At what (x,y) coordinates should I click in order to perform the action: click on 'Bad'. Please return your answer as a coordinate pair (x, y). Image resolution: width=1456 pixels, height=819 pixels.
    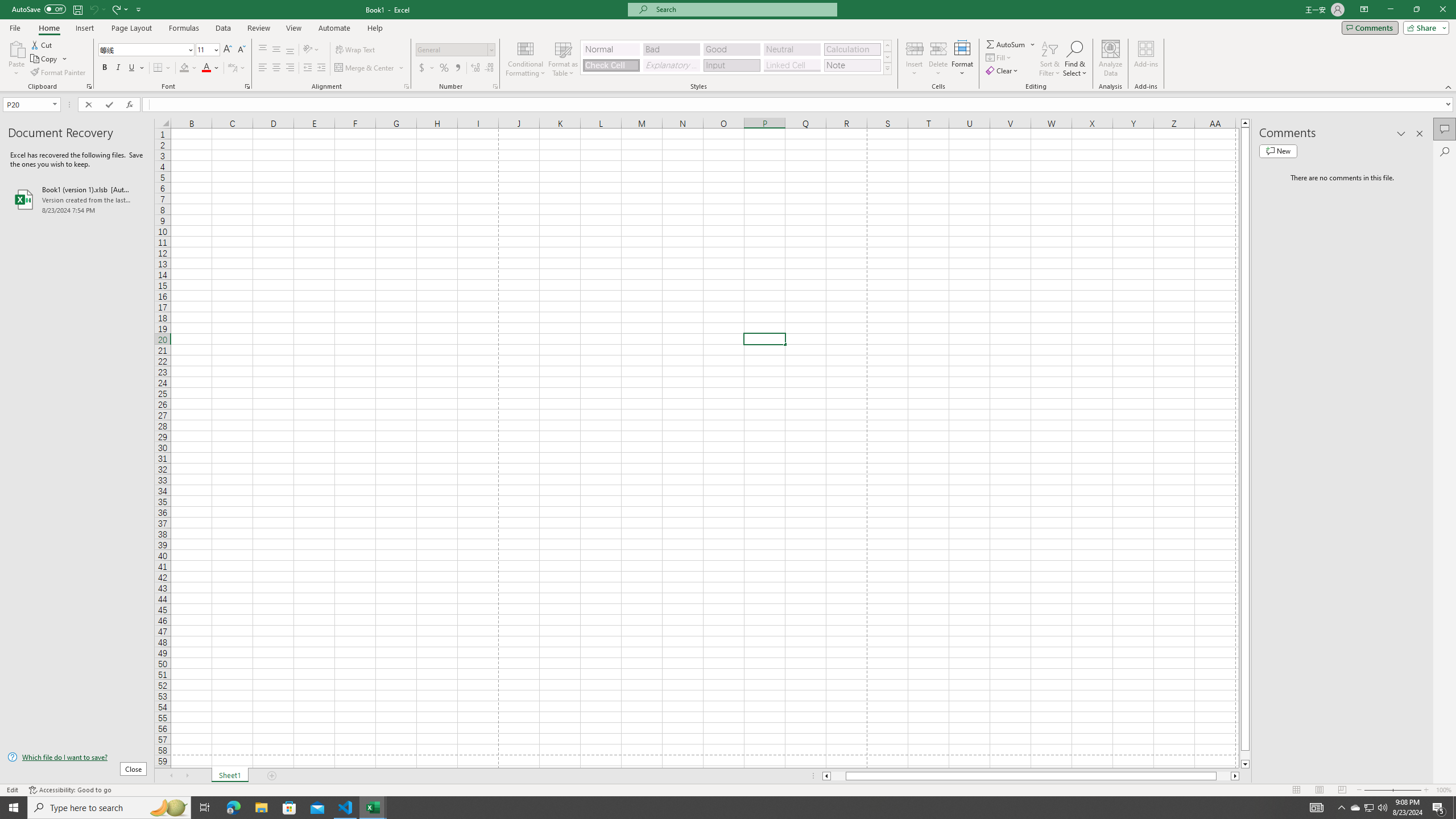
    Looking at the image, I should click on (672, 49).